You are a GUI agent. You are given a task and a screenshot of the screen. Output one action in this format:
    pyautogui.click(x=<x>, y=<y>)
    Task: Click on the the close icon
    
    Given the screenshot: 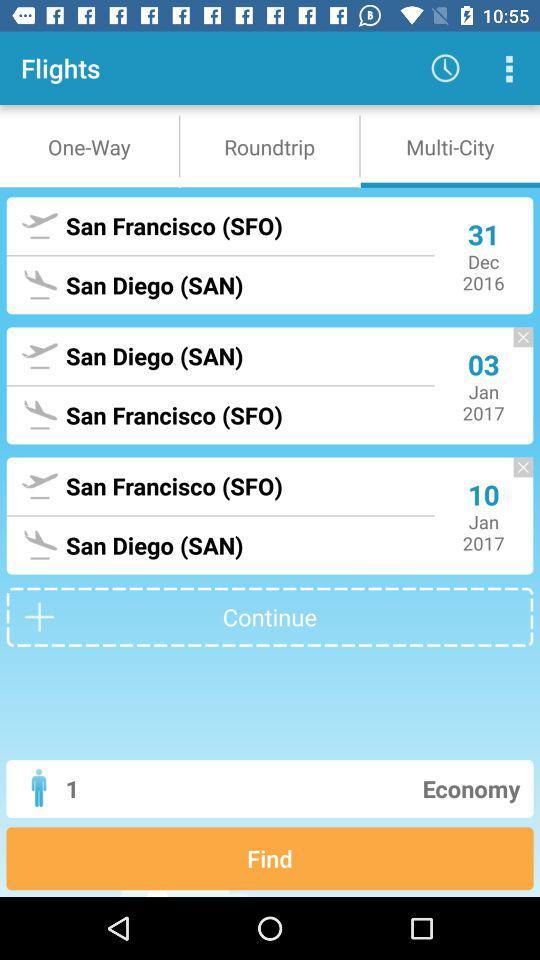 What is the action you would take?
    pyautogui.click(x=513, y=347)
    